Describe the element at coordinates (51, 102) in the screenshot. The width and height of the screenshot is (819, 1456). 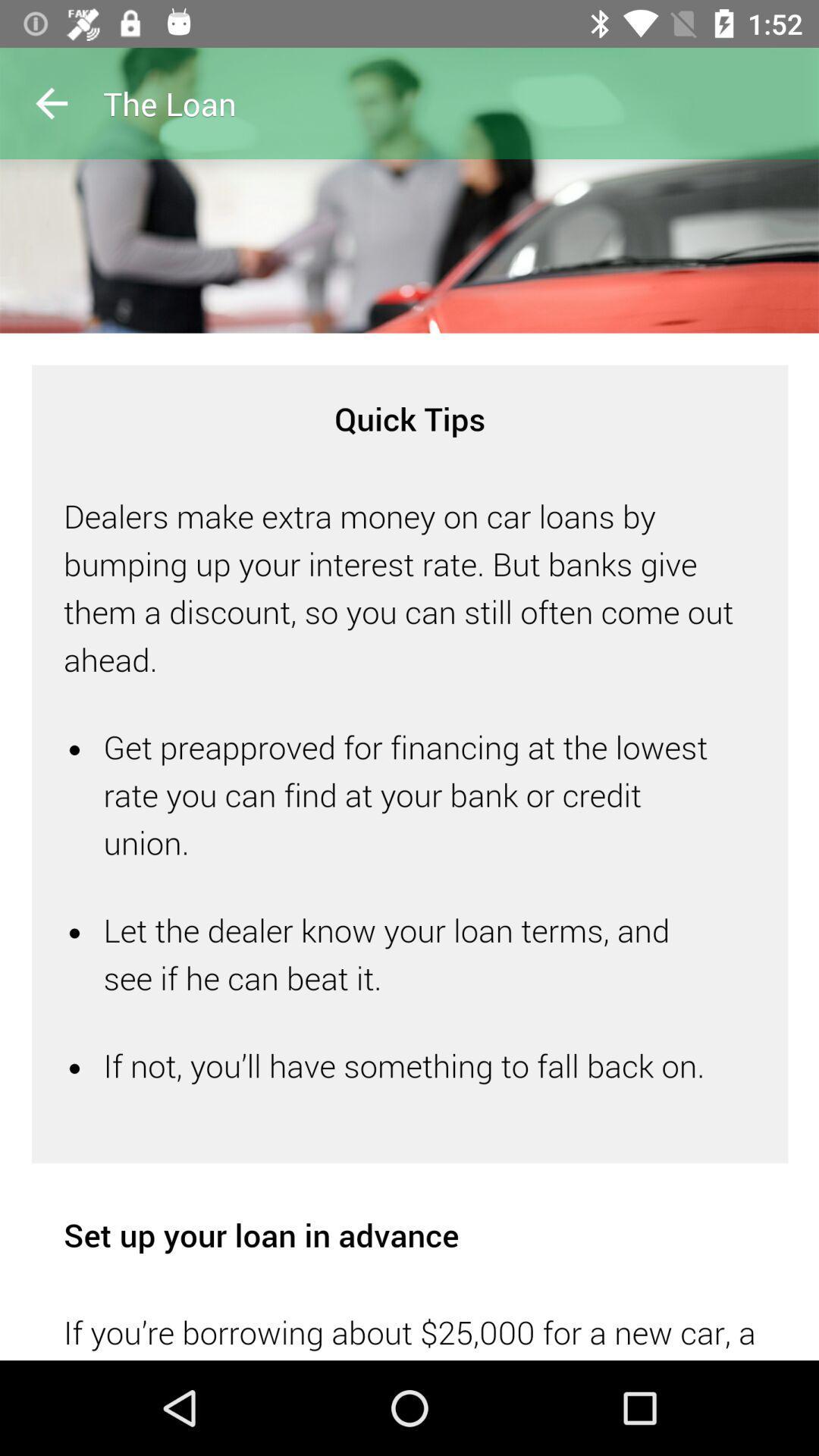
I see `move backward` at that location.